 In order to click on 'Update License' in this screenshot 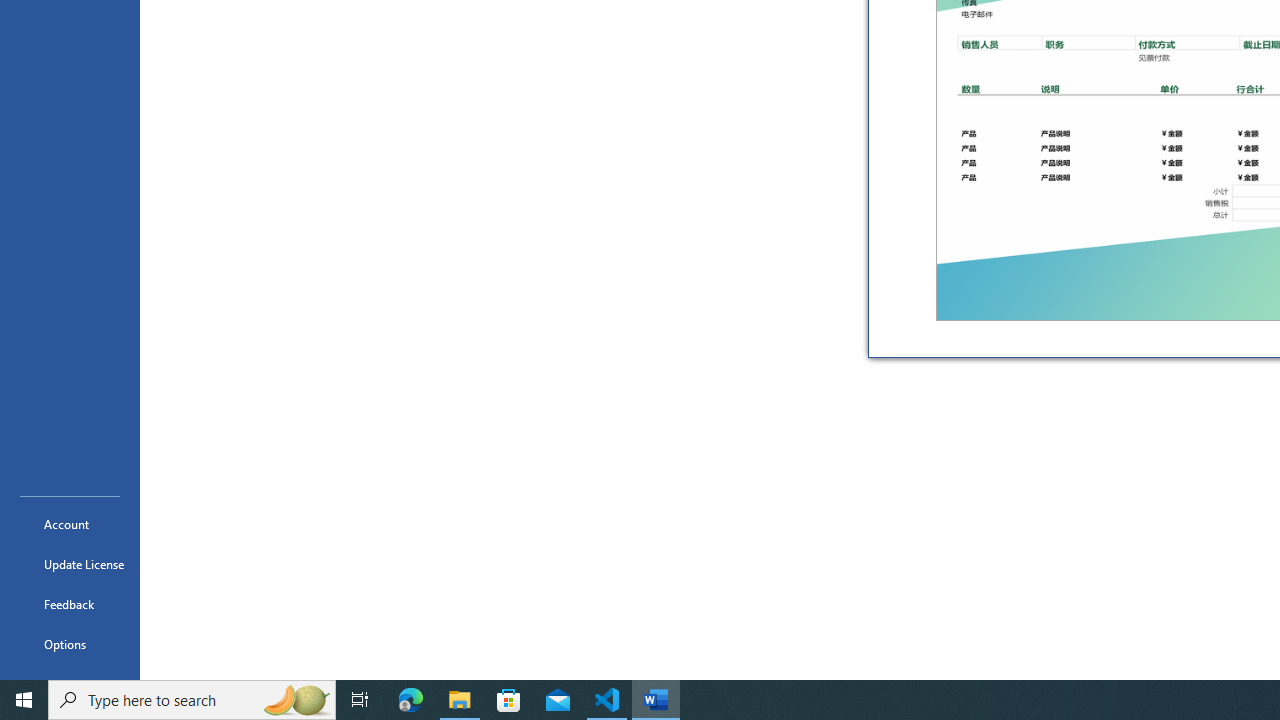, I will do `click(69, 564)`.